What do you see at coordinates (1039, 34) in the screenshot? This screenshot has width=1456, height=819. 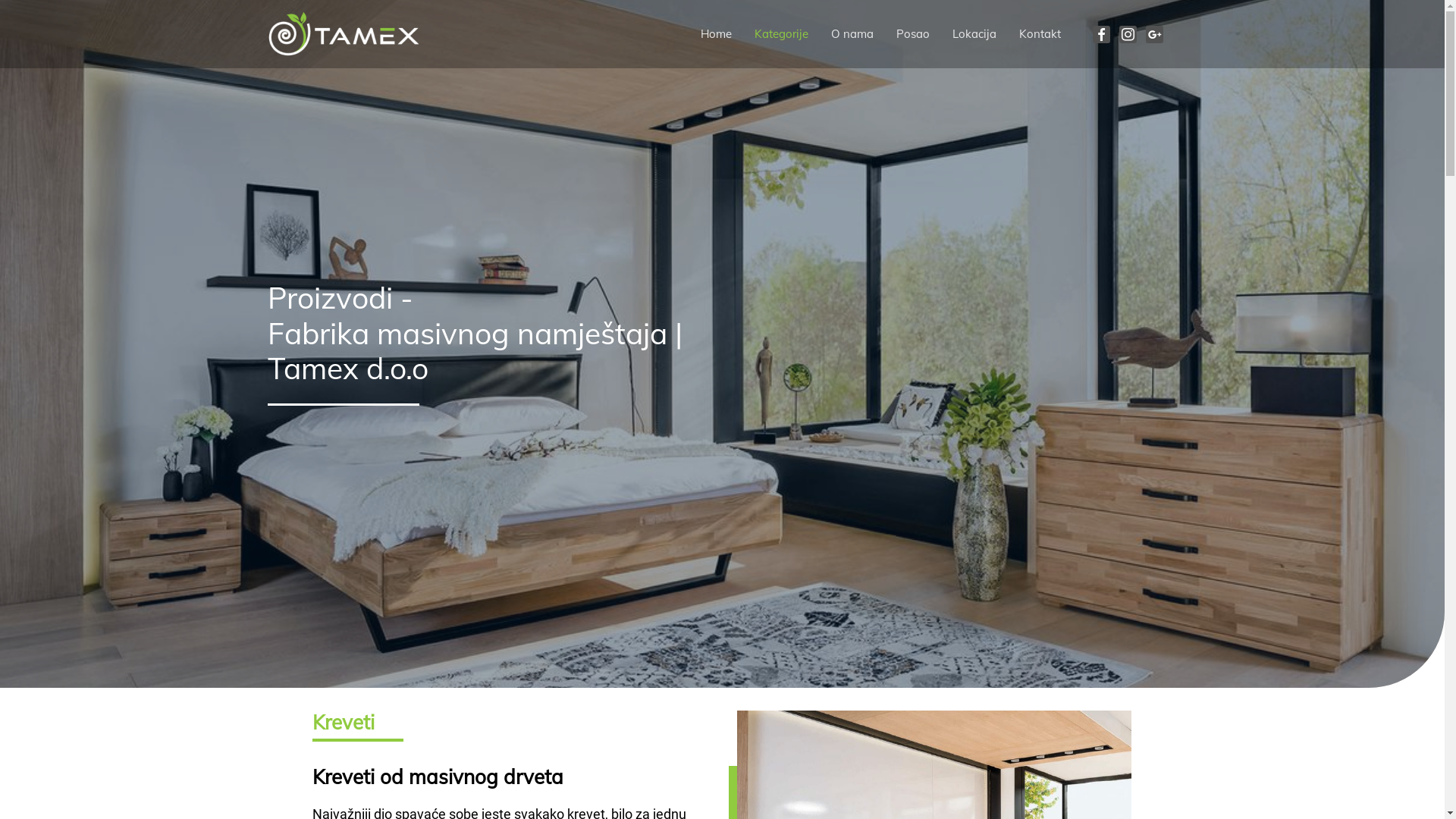 I see `'Kontakt'` at bounding box center [1039, 34].